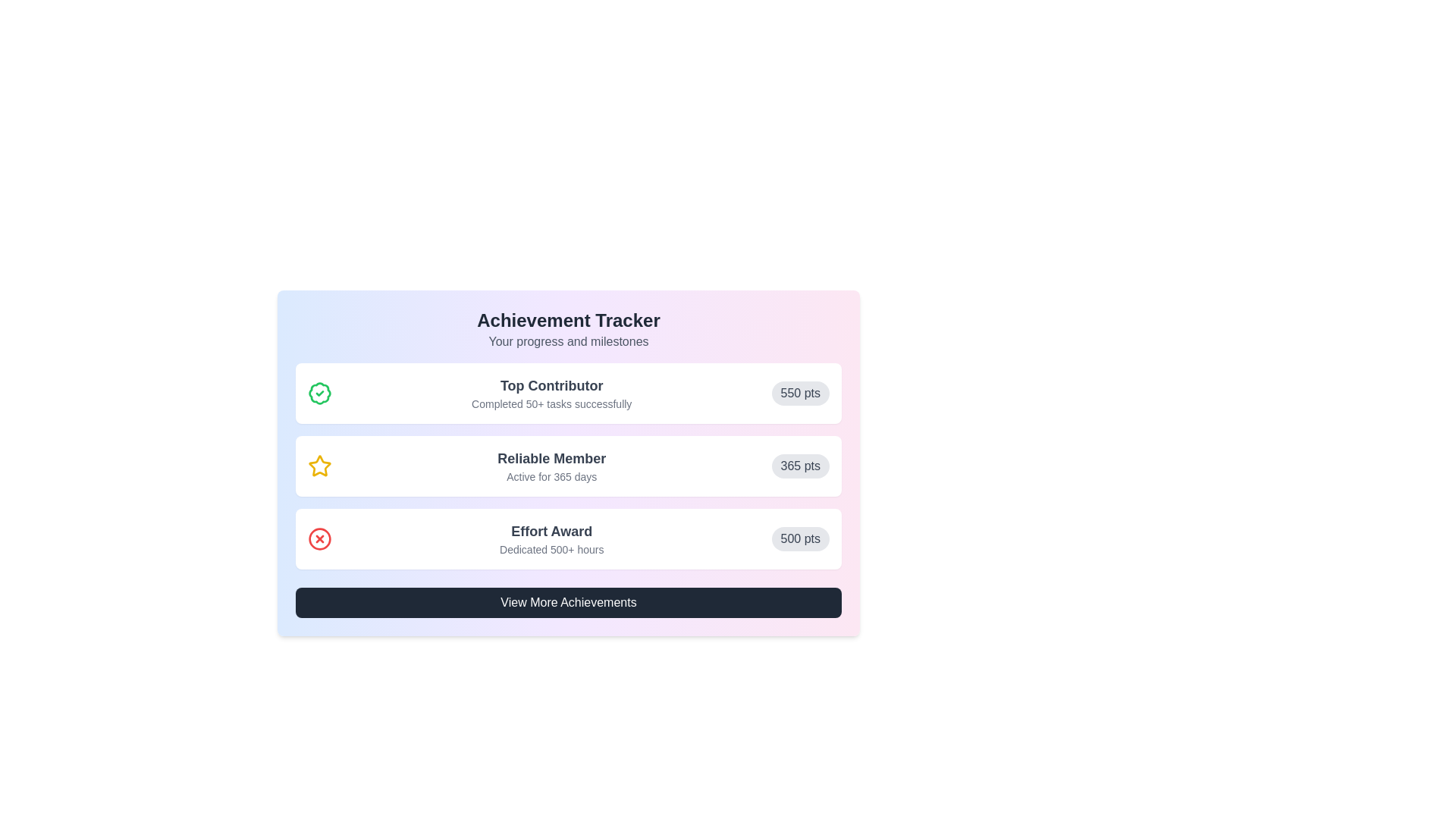 The image size is (1456, 819). Describe the element at coordinates (551, 475) in the screenshot. I see `the Text label located directly beneath the 'Reliable Member' title in the second row of the achievement items` at that location.